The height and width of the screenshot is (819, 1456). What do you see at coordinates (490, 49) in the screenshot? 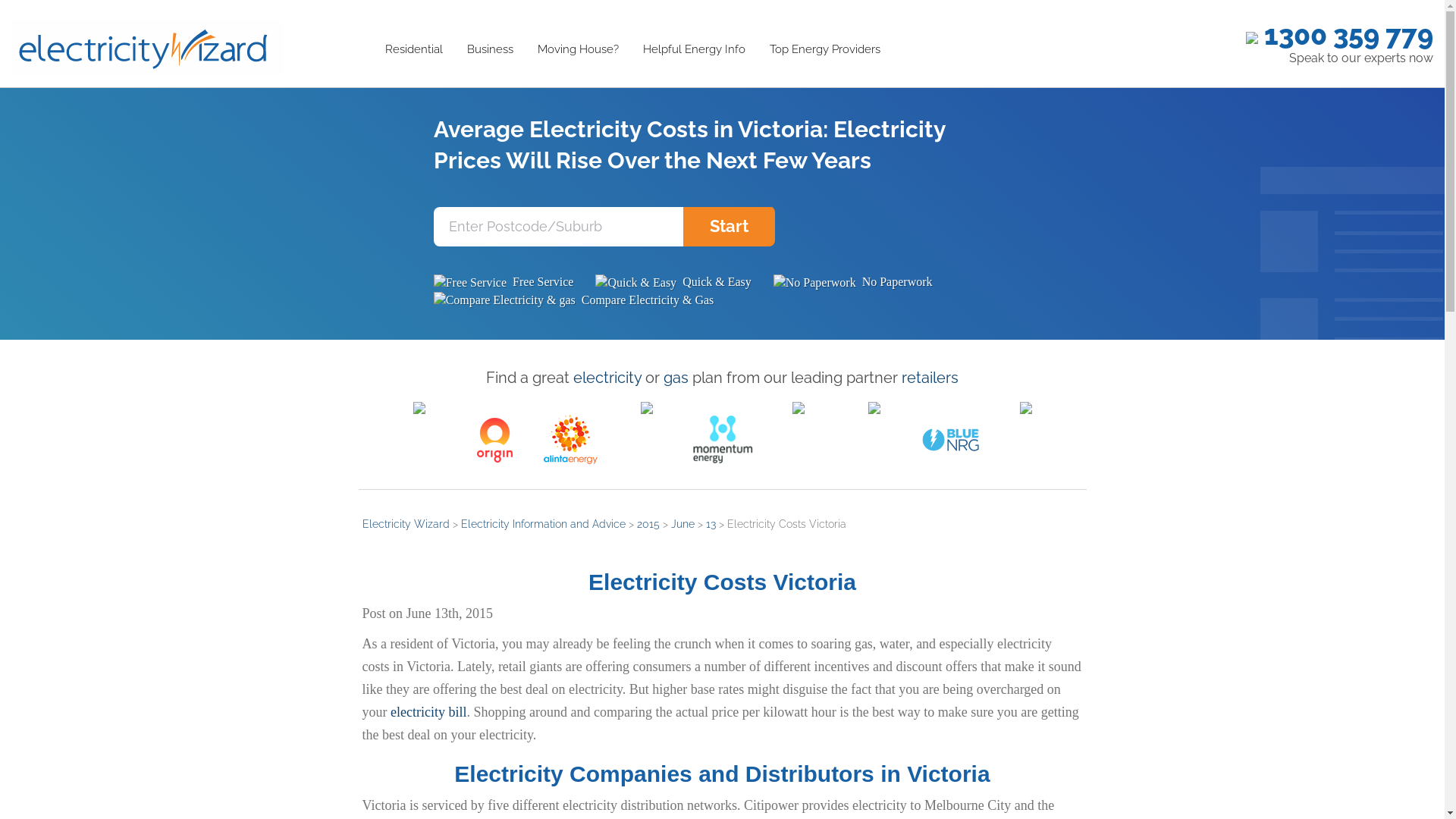
I see `'Business'` at bounding box center [490, 49].